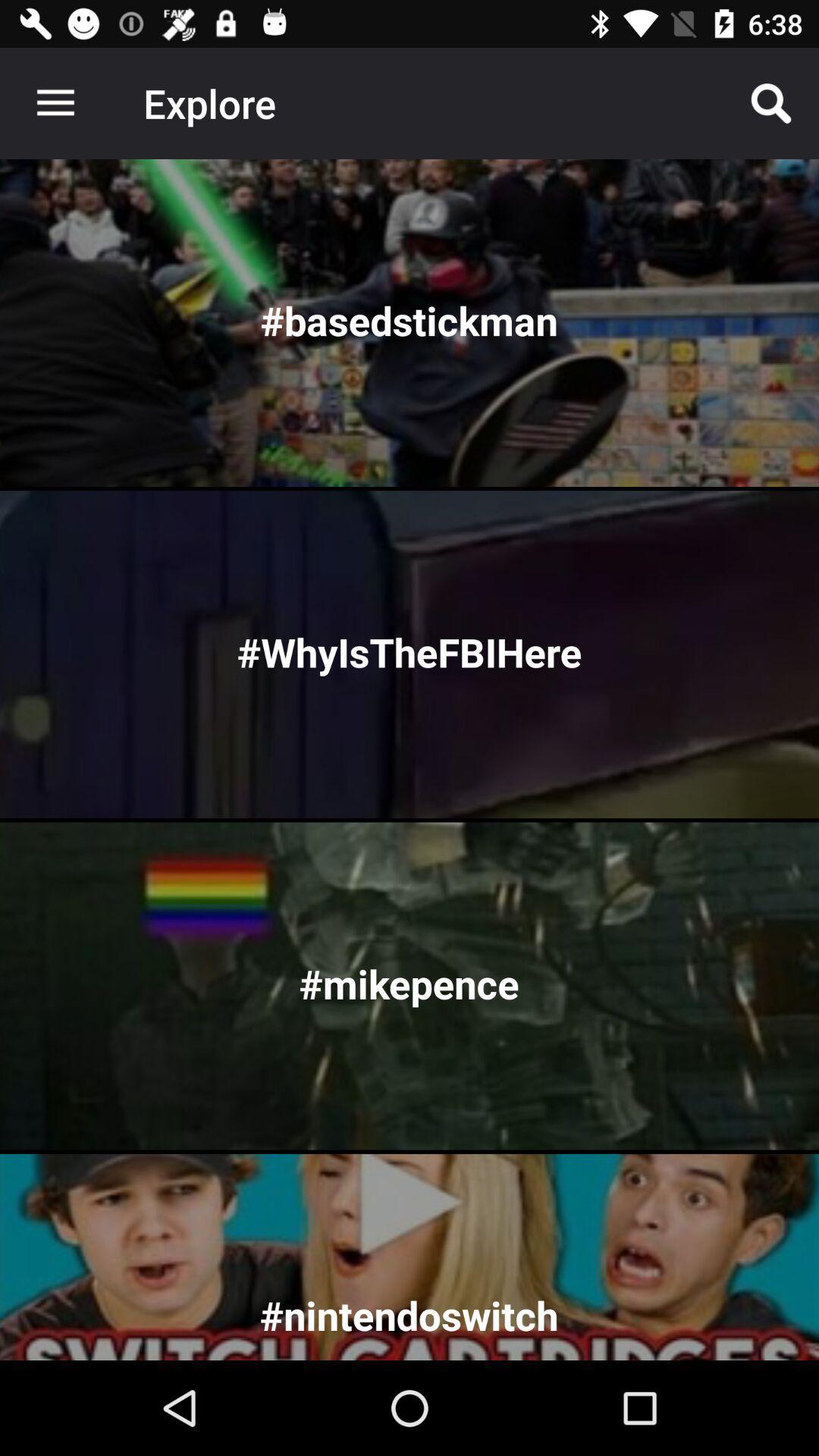 The image size is (819, 1456). I want to click on the icon next to explore item, so click(55, 102).